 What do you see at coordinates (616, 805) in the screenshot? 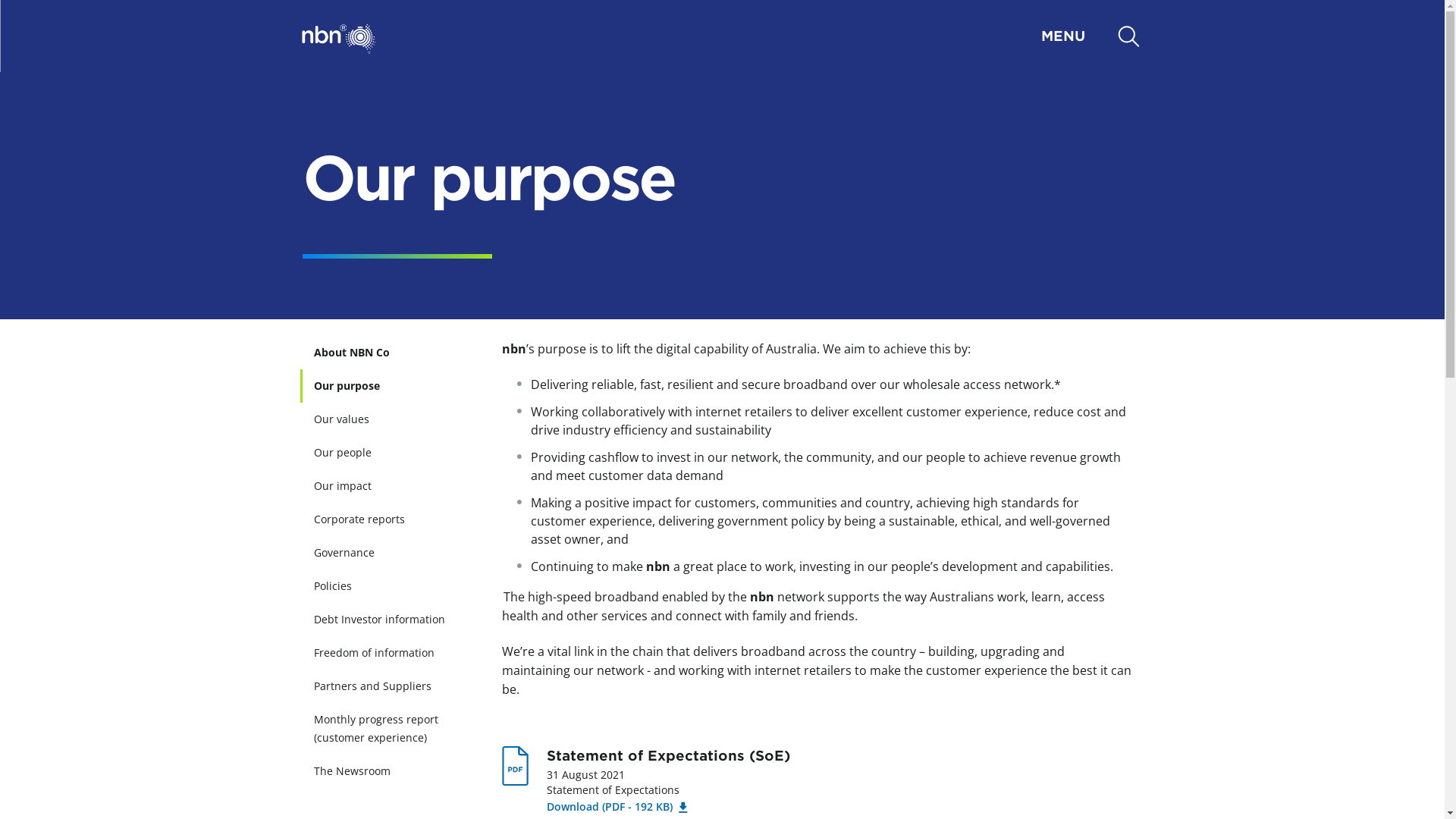
I see `'Download (PDF - 192 KB)'` at bounding box center [616, 805].